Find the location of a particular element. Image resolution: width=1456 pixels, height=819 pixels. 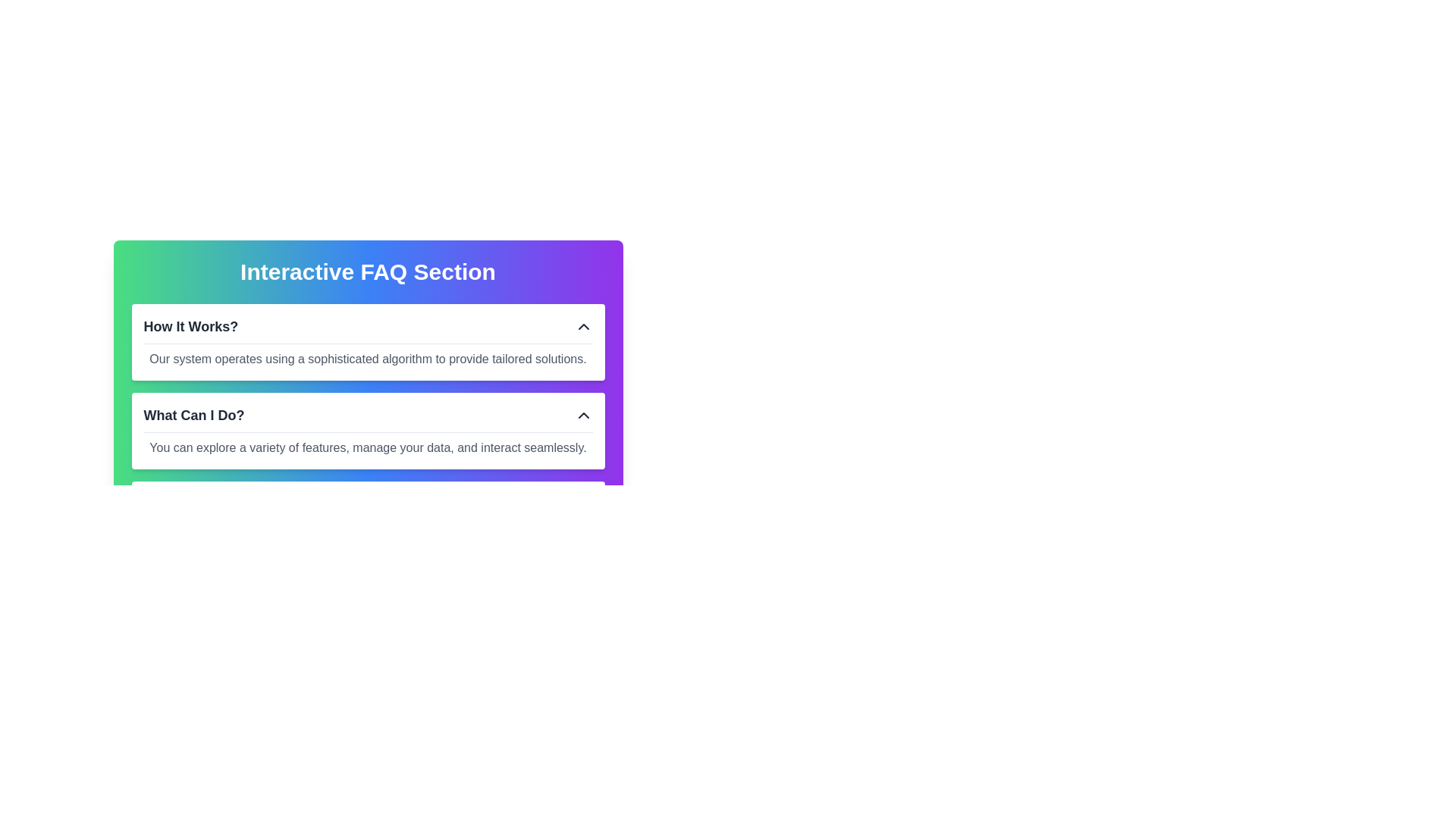

the second Collapsible FAQ Item titled 'What Can I Do?' is located at coordinates (368, 407).